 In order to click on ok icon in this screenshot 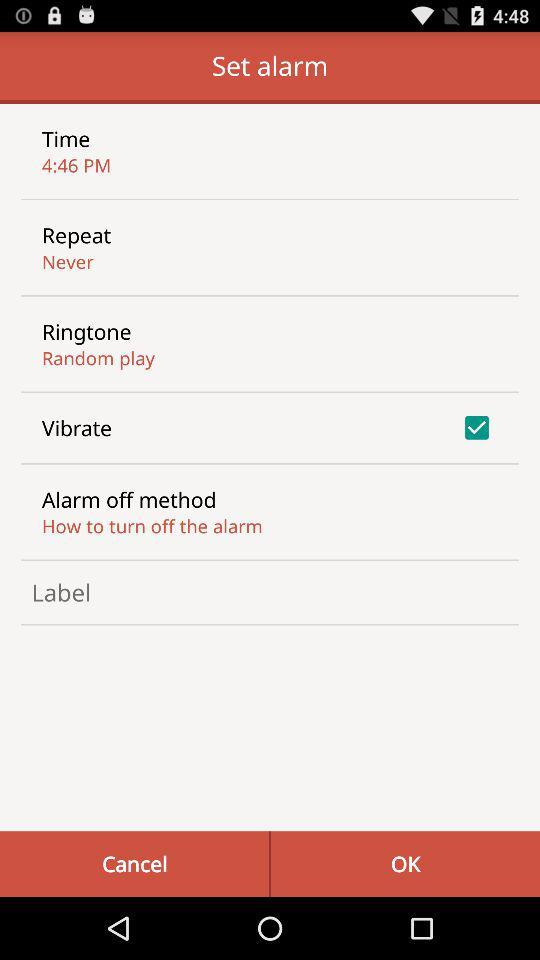, I will do `click(405, 863)`.